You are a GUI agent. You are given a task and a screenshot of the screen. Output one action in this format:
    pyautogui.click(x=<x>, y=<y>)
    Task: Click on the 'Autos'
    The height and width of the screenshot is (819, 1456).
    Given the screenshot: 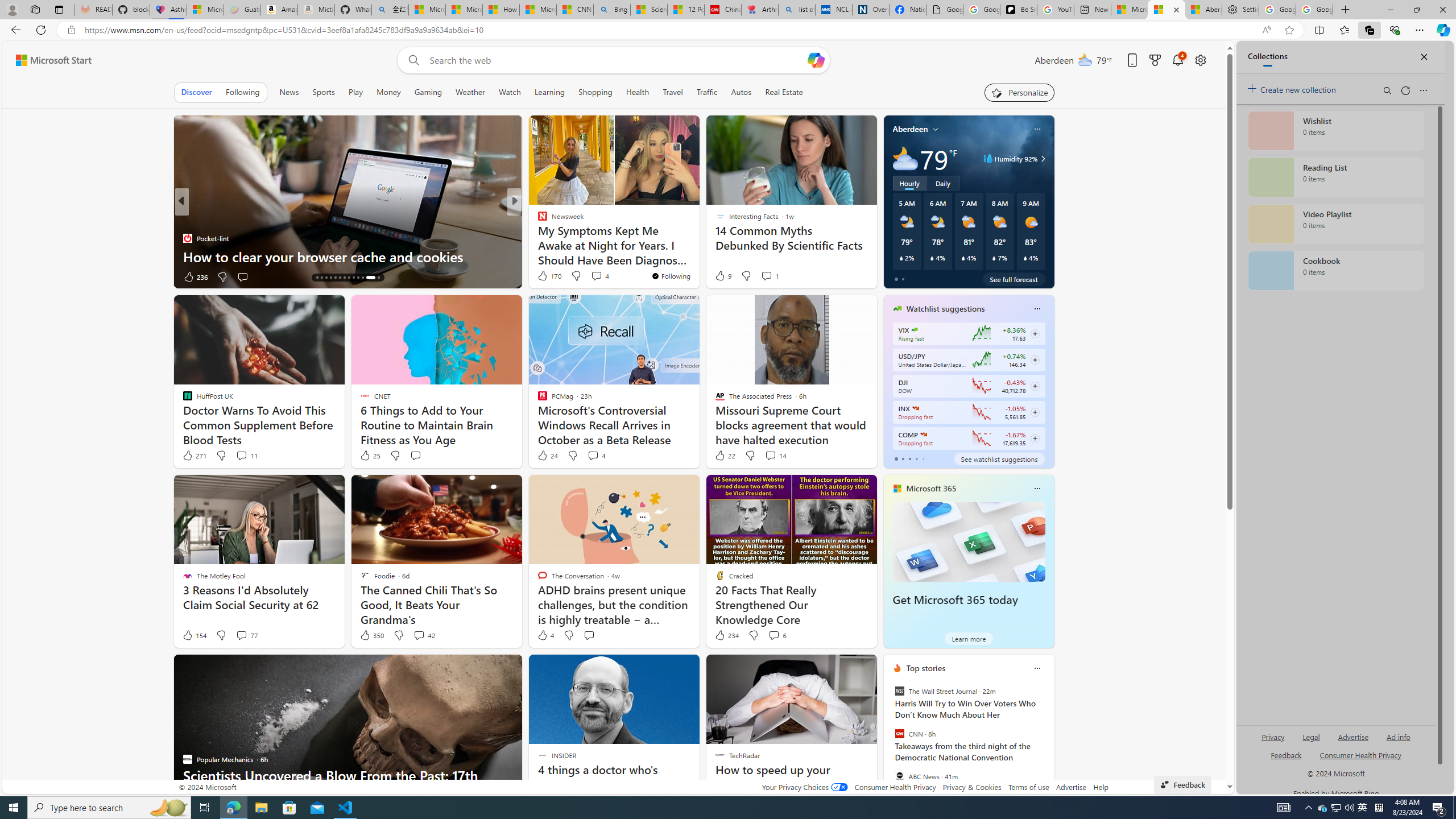 What is the action you would take?
    pyautogui.click(x=741, y=92)
    